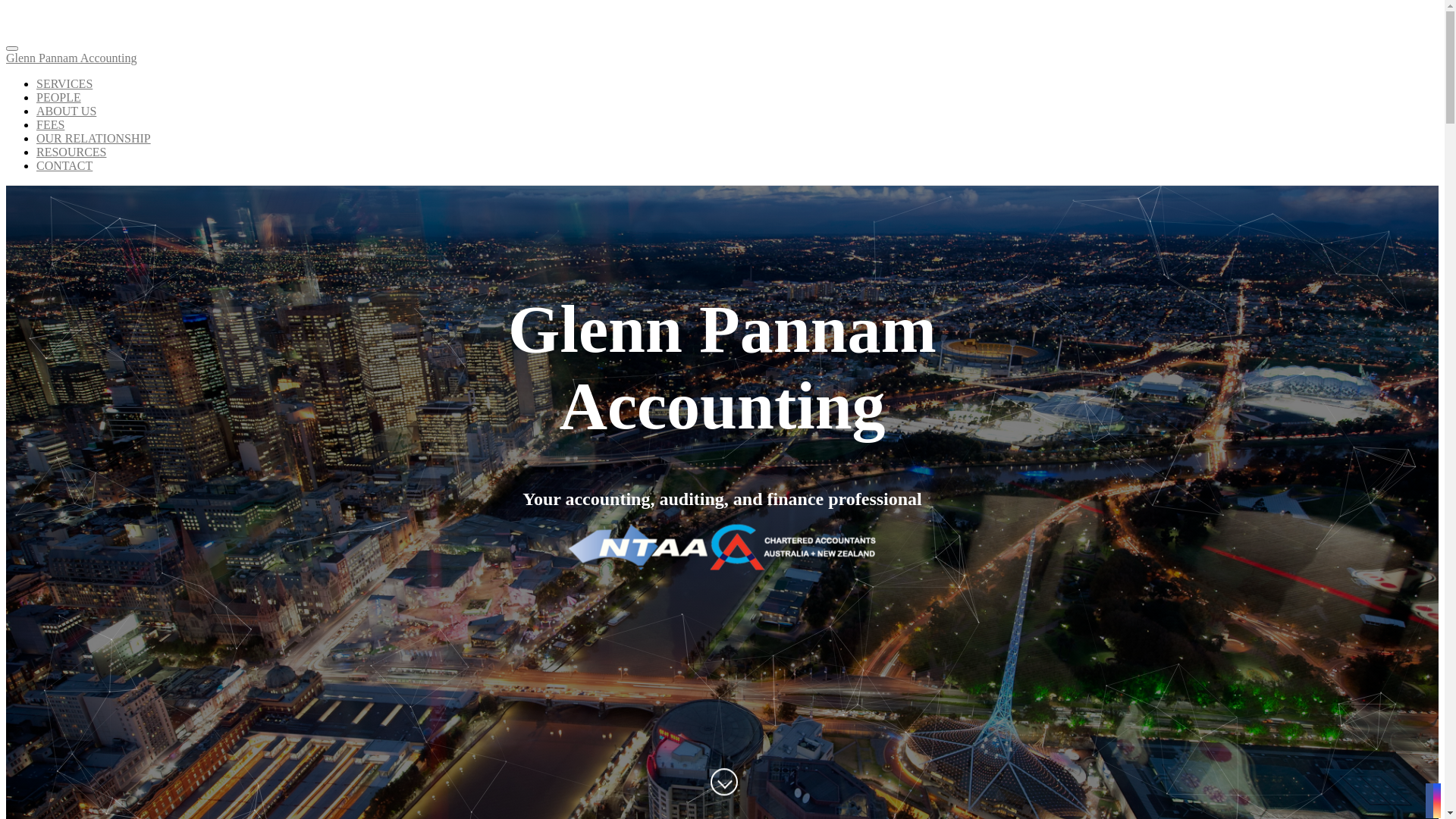  I want to click on 'FEES', so click(50, 124).